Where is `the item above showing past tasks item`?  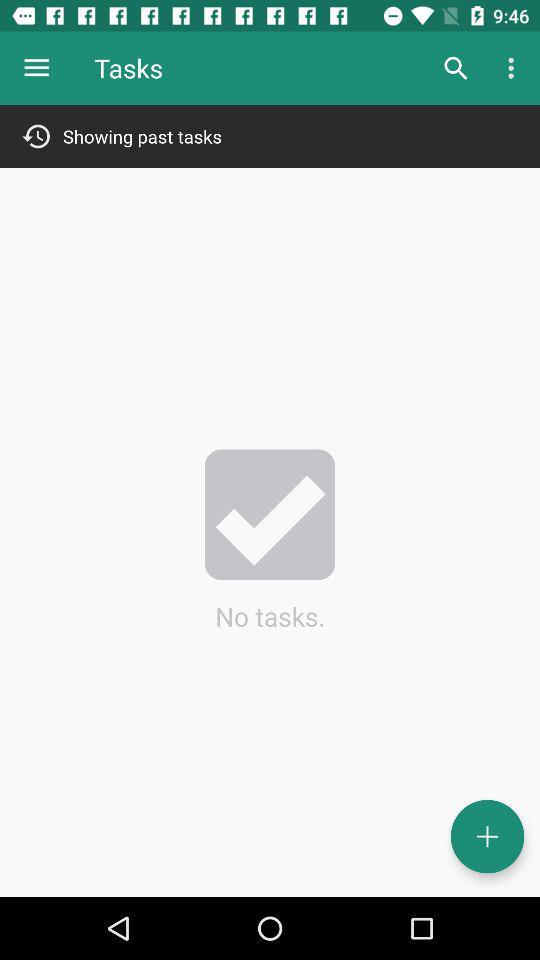
the item above showing past tasks item is located at coordinates (513, 68).